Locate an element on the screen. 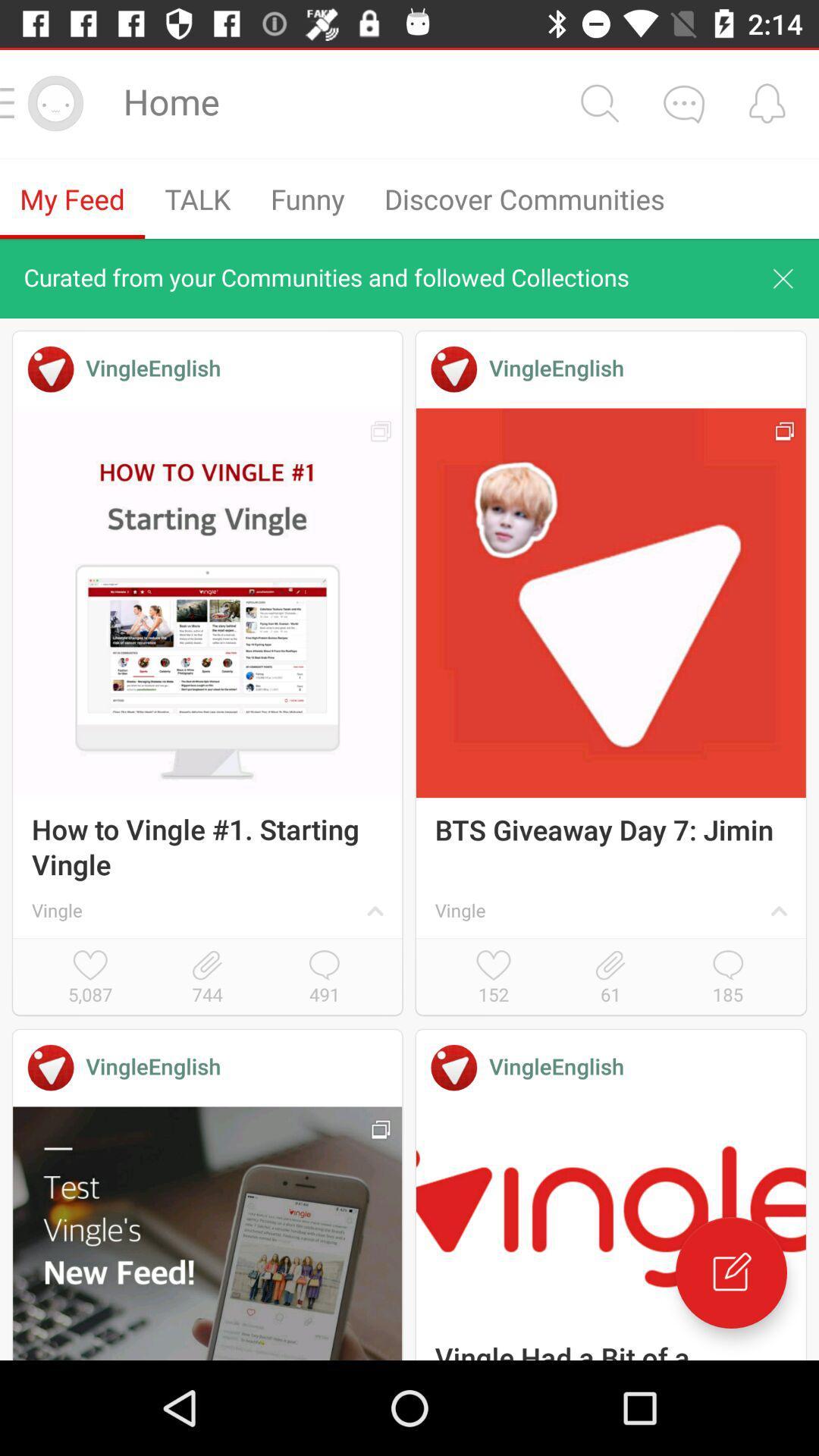 The image size is (819, 1456). settings option is located at coordinates (598, 102).